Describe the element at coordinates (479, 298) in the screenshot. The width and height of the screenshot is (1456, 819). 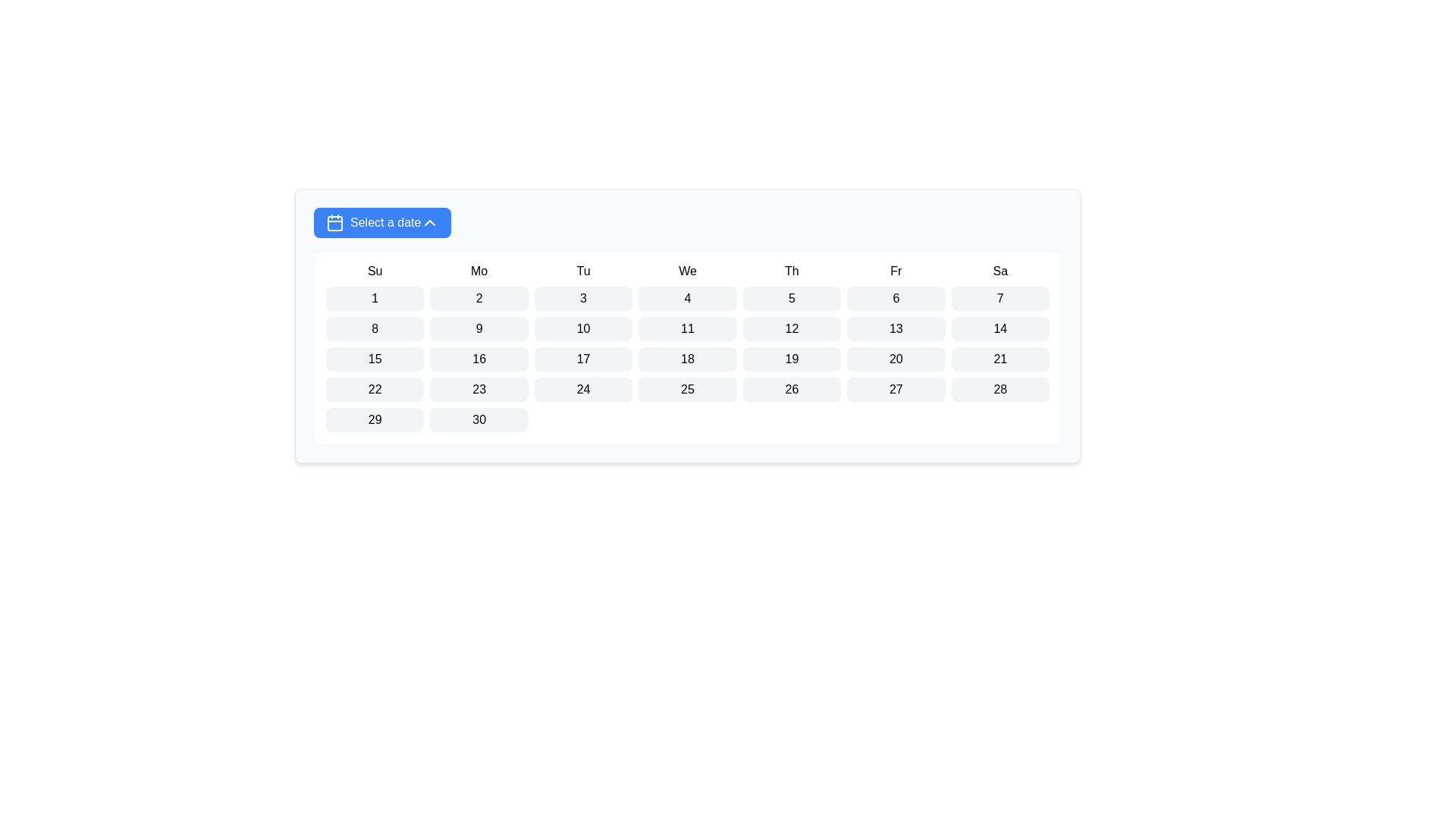
I see `the button representing the second day of the month in the calendar interface located in the second column of the first row beneath the 'Mo' header` at that location.